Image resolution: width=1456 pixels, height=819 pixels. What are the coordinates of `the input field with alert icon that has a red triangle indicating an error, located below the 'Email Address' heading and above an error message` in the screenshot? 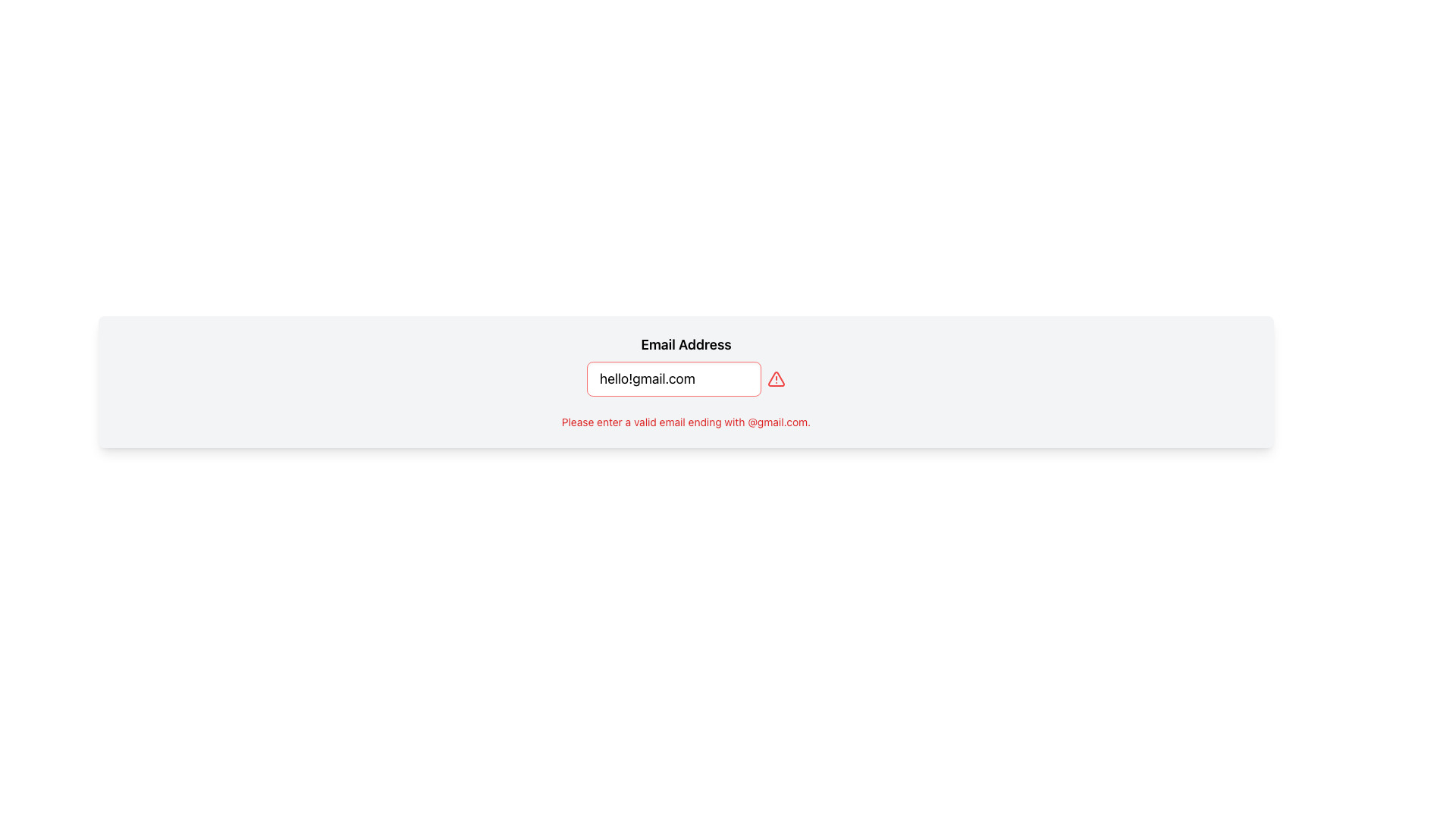 It's located at (686, 378).